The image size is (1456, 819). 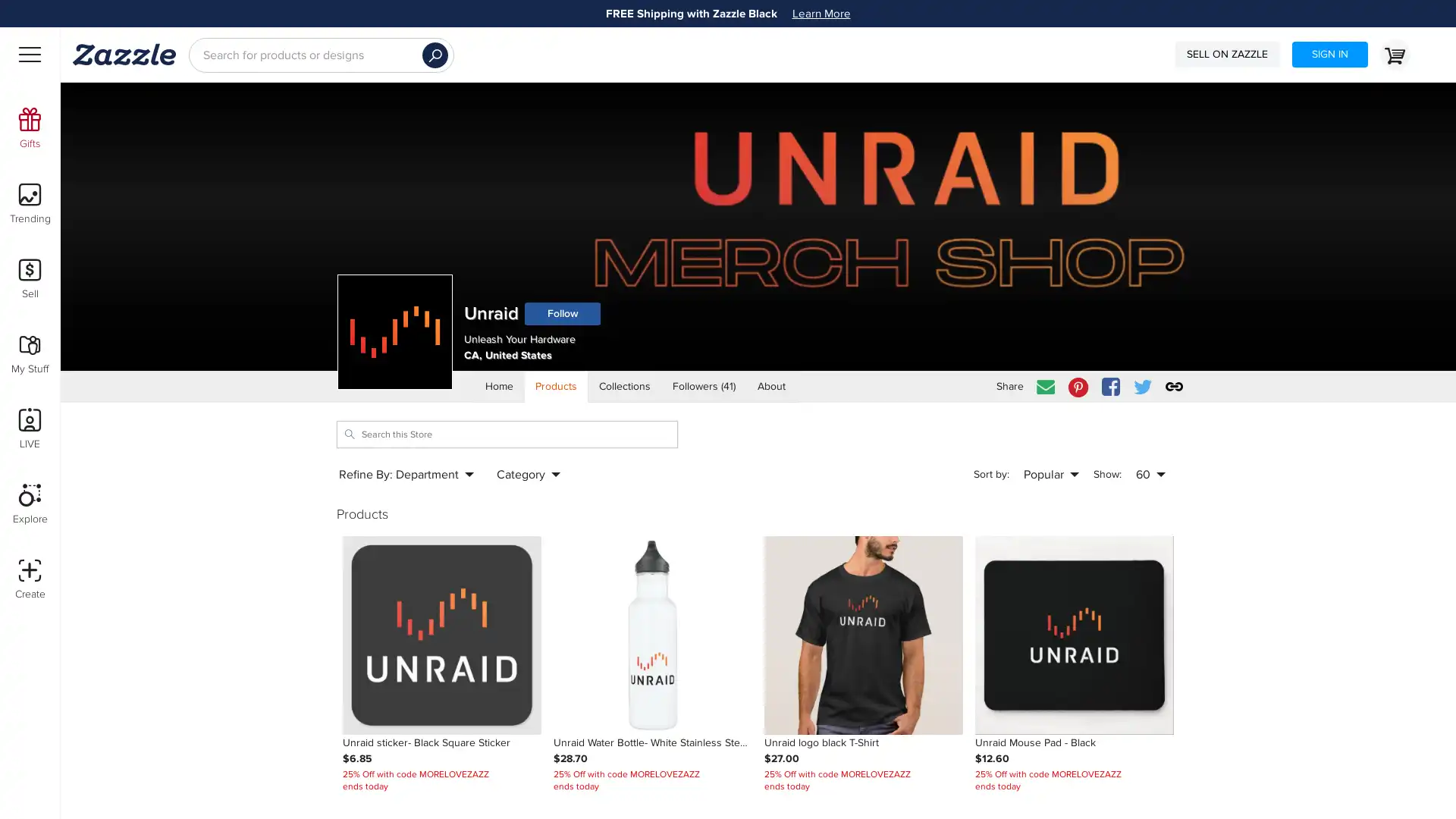 What do you see at coordinates (737, 550) in the screenshot?
I see `Like` at bounding box center [737, 550].